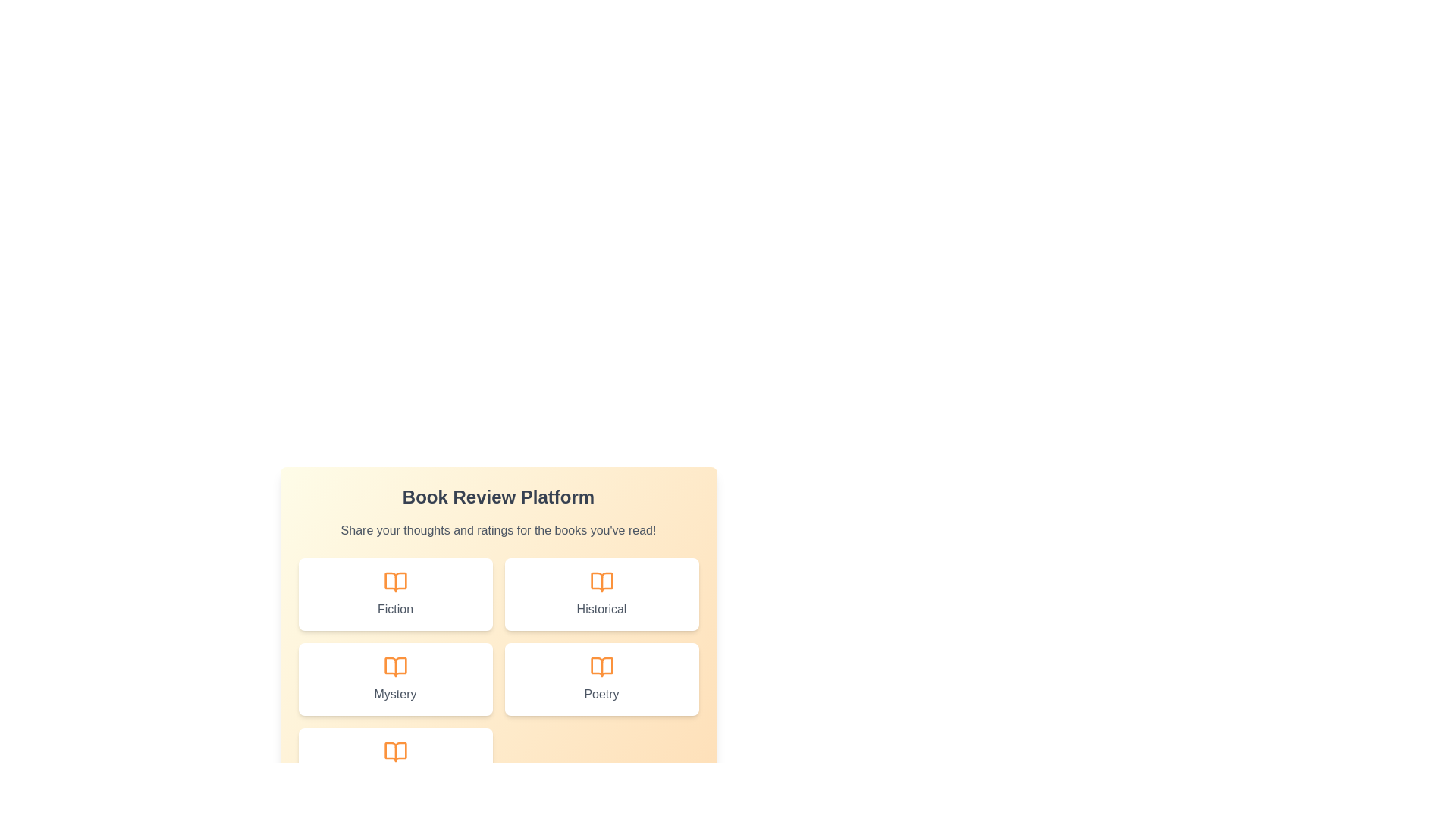 Image resolution: width=1456 pixels, height=819 pixels. I want to click on the orange-colored open book icon located above the 'Poetry' text within the 'Poetry' card, so click(601, 666).